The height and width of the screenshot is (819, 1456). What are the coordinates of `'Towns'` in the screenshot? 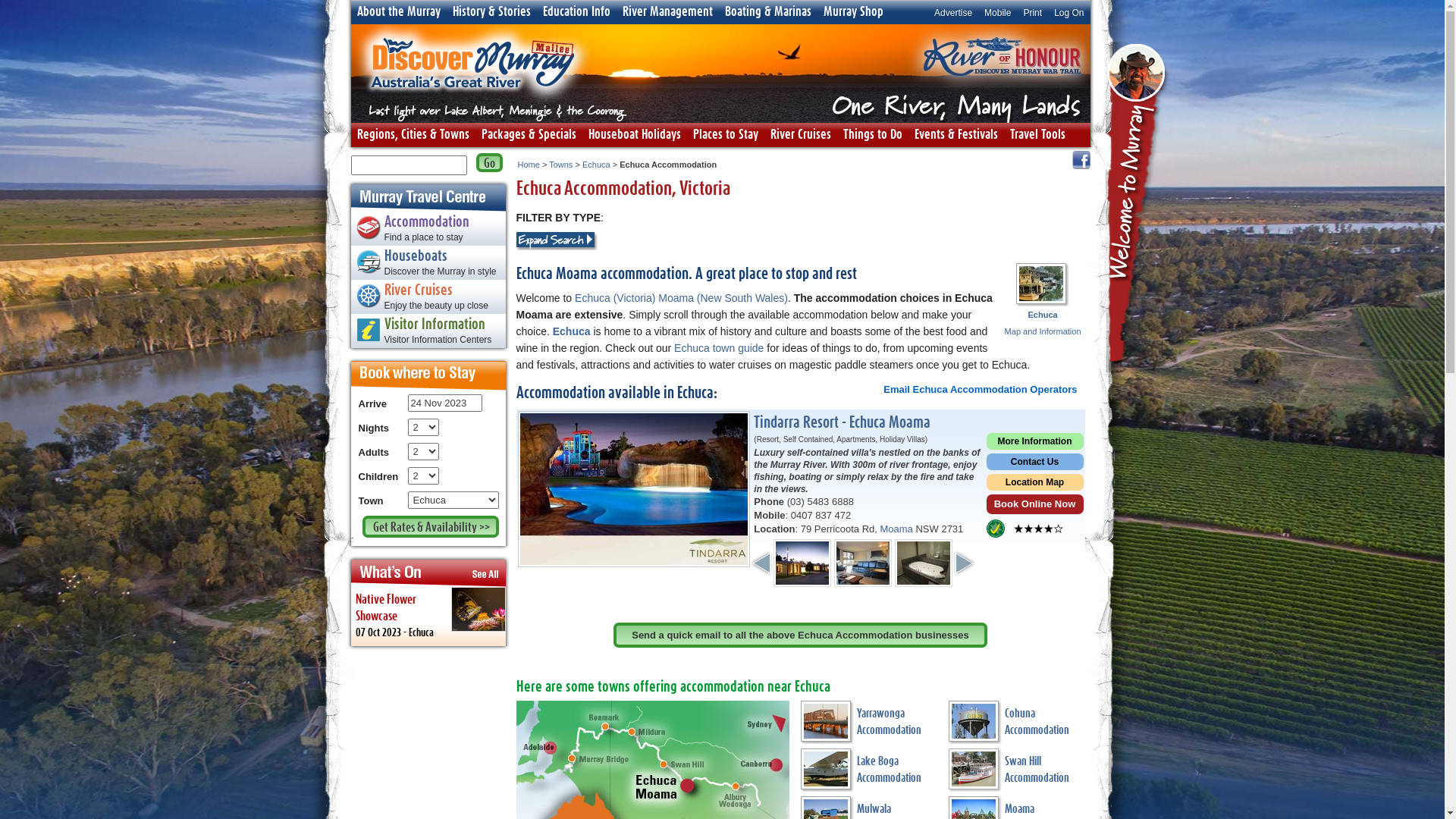 It's located at (548, 164).